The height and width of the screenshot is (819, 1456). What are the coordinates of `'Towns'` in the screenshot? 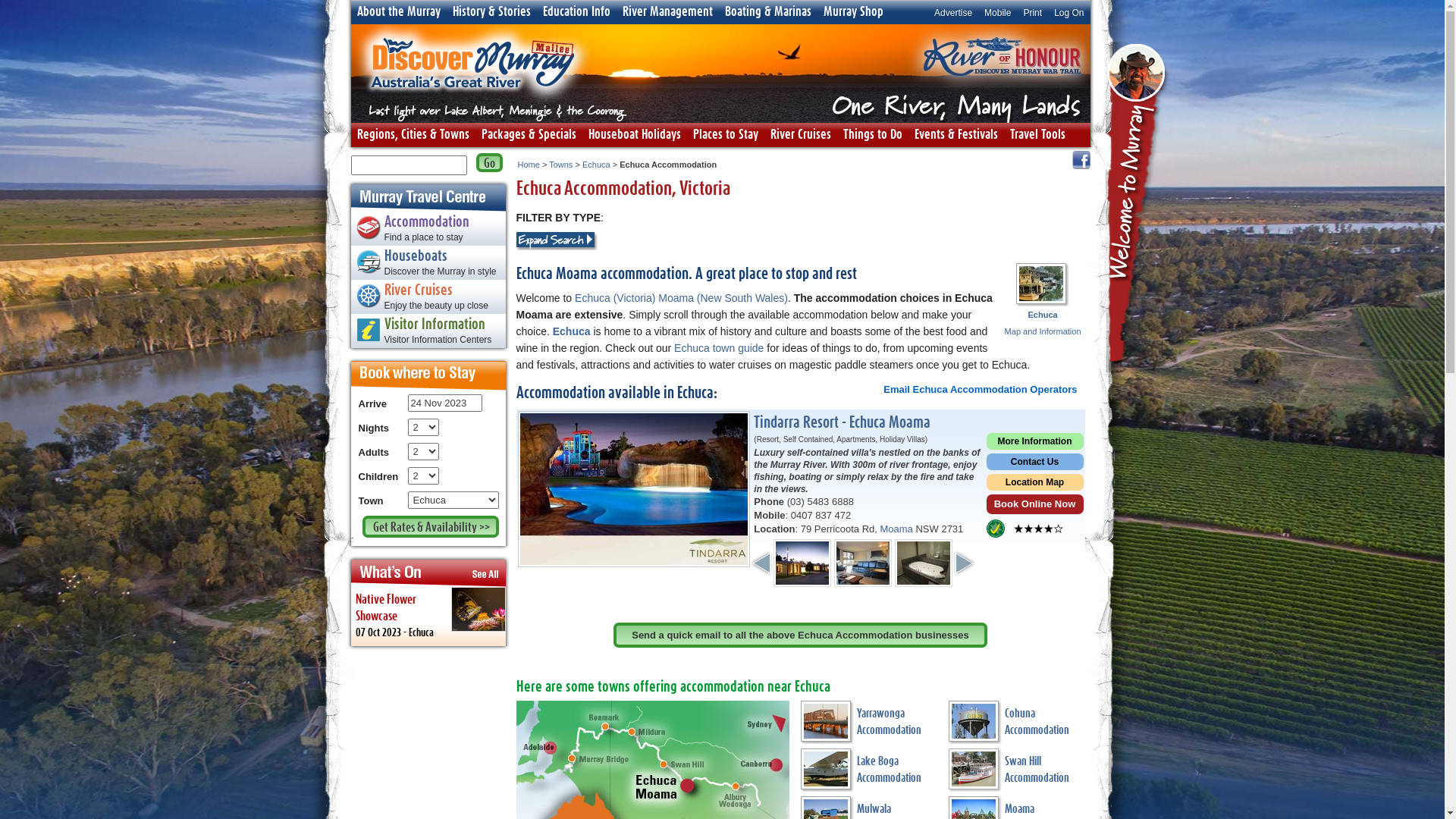 It's located at (548, 164).